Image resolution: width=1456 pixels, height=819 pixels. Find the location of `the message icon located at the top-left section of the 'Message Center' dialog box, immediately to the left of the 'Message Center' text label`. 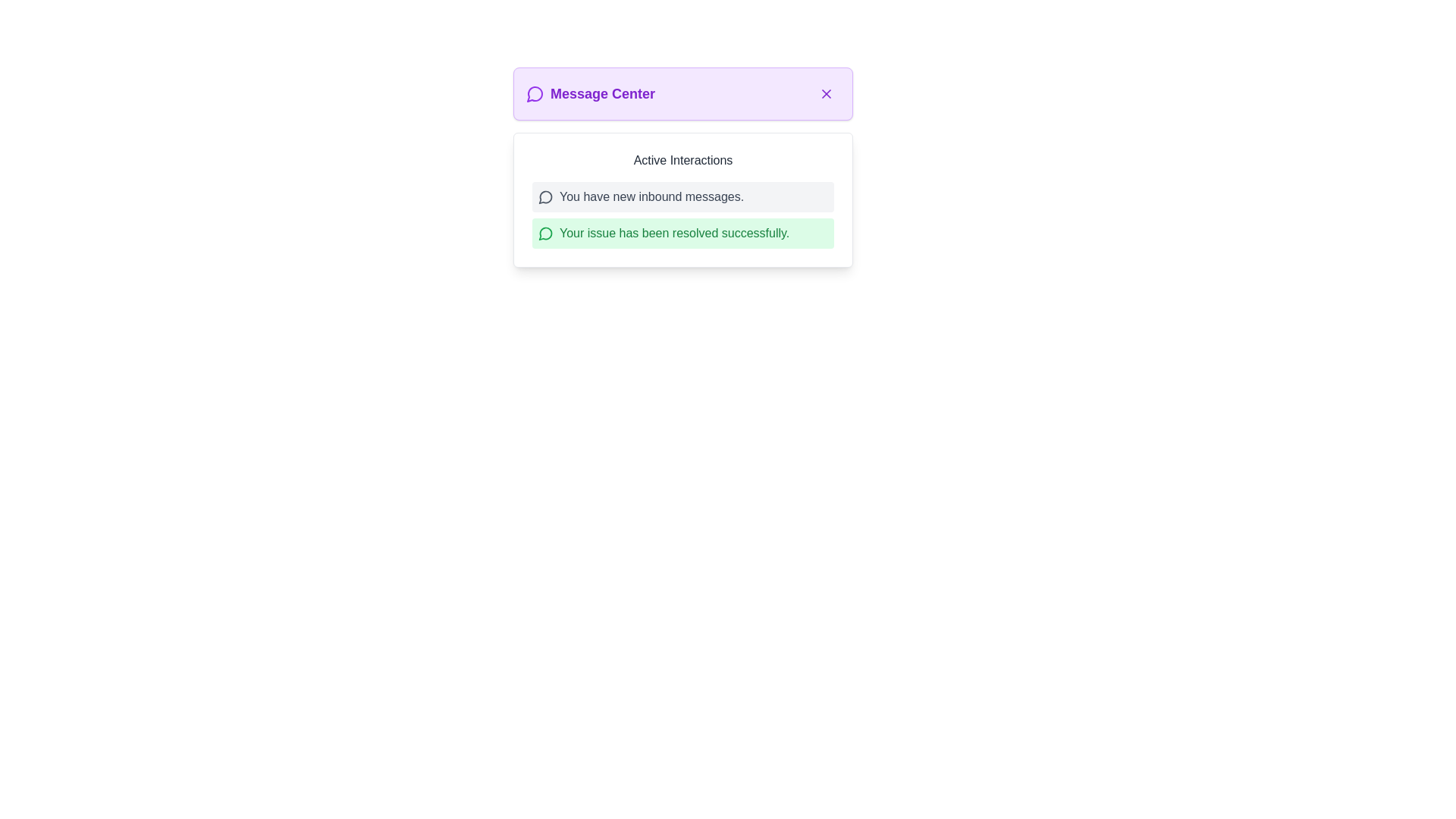

the message icon located at the top-left section of the 'Message Center' dialog box, immediately to the left of the 'Message Center' text label is located at coordinates (535, 93).